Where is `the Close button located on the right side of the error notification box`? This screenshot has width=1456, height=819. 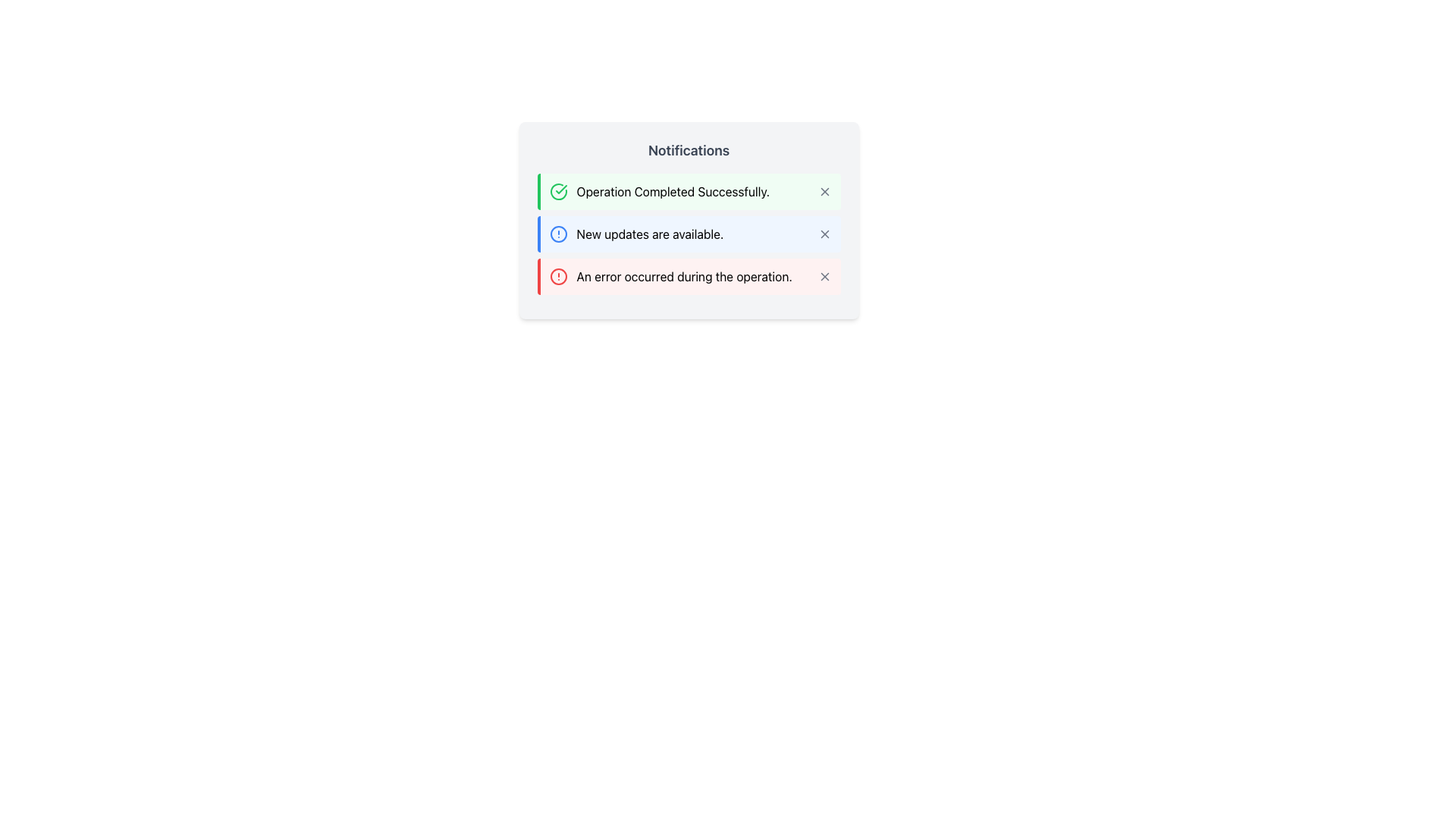
the Close button located on the right side of the error notification box is located at coordinates (824, 277).